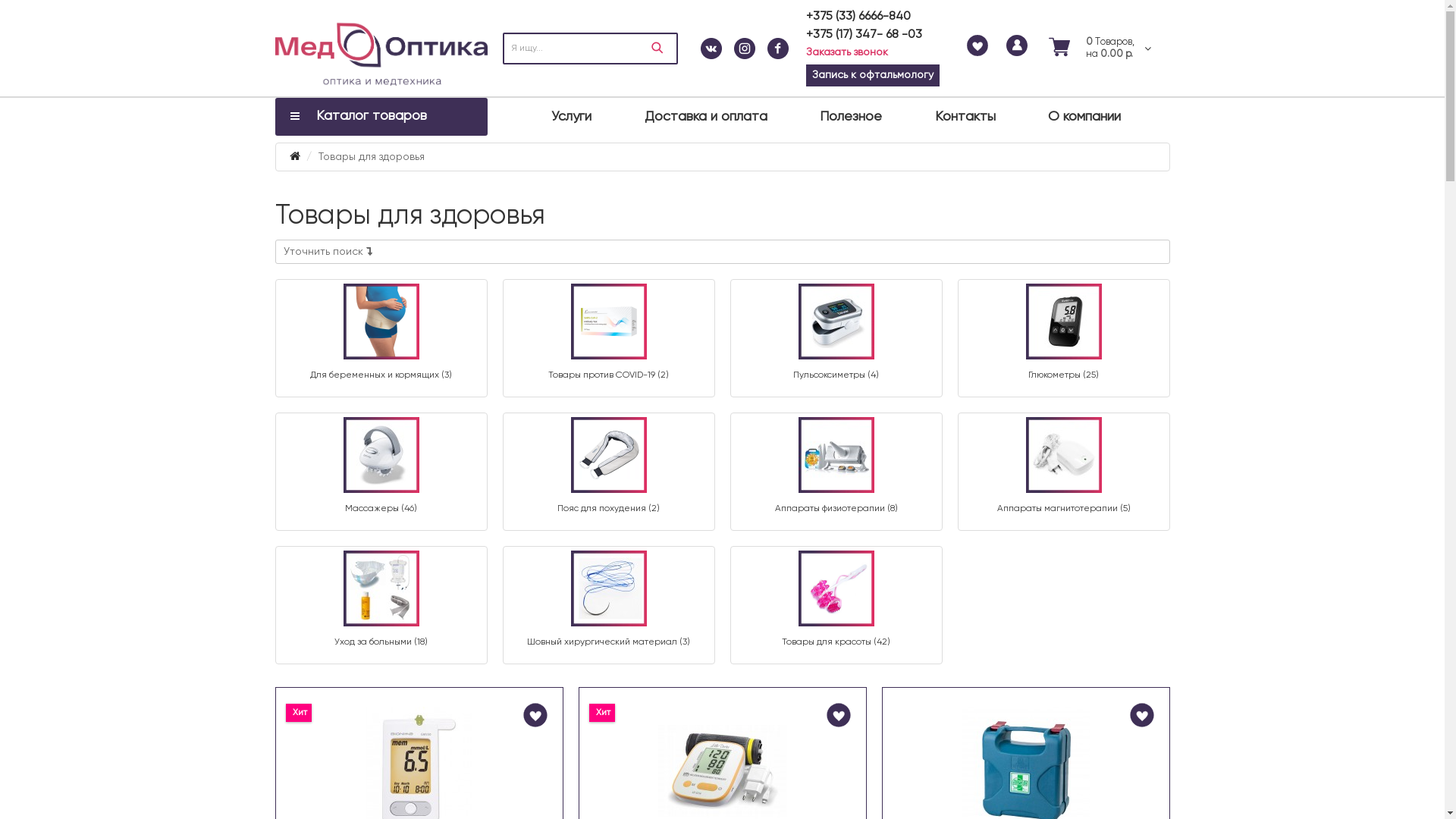  Describe the element at coordinates (858, 17) in the screenshot. I see `'+375 (33) 6666-840'` at that location.